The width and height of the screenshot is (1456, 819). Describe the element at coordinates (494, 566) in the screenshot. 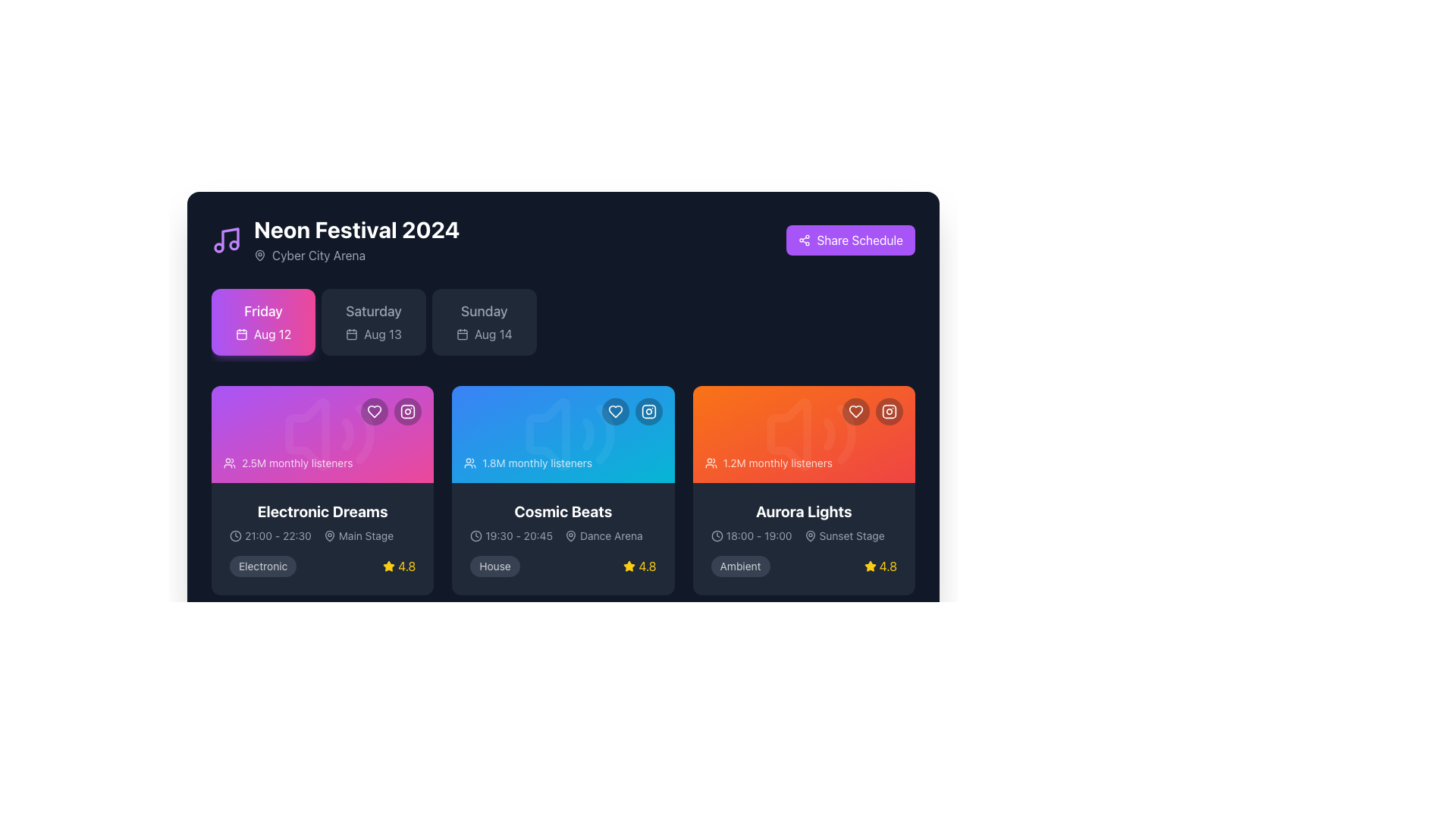

I see `the label describing the music genre or tag in the 'Cosmic Beats' section of the card, located next to the rating value '4.8' and a star icon` at that location.